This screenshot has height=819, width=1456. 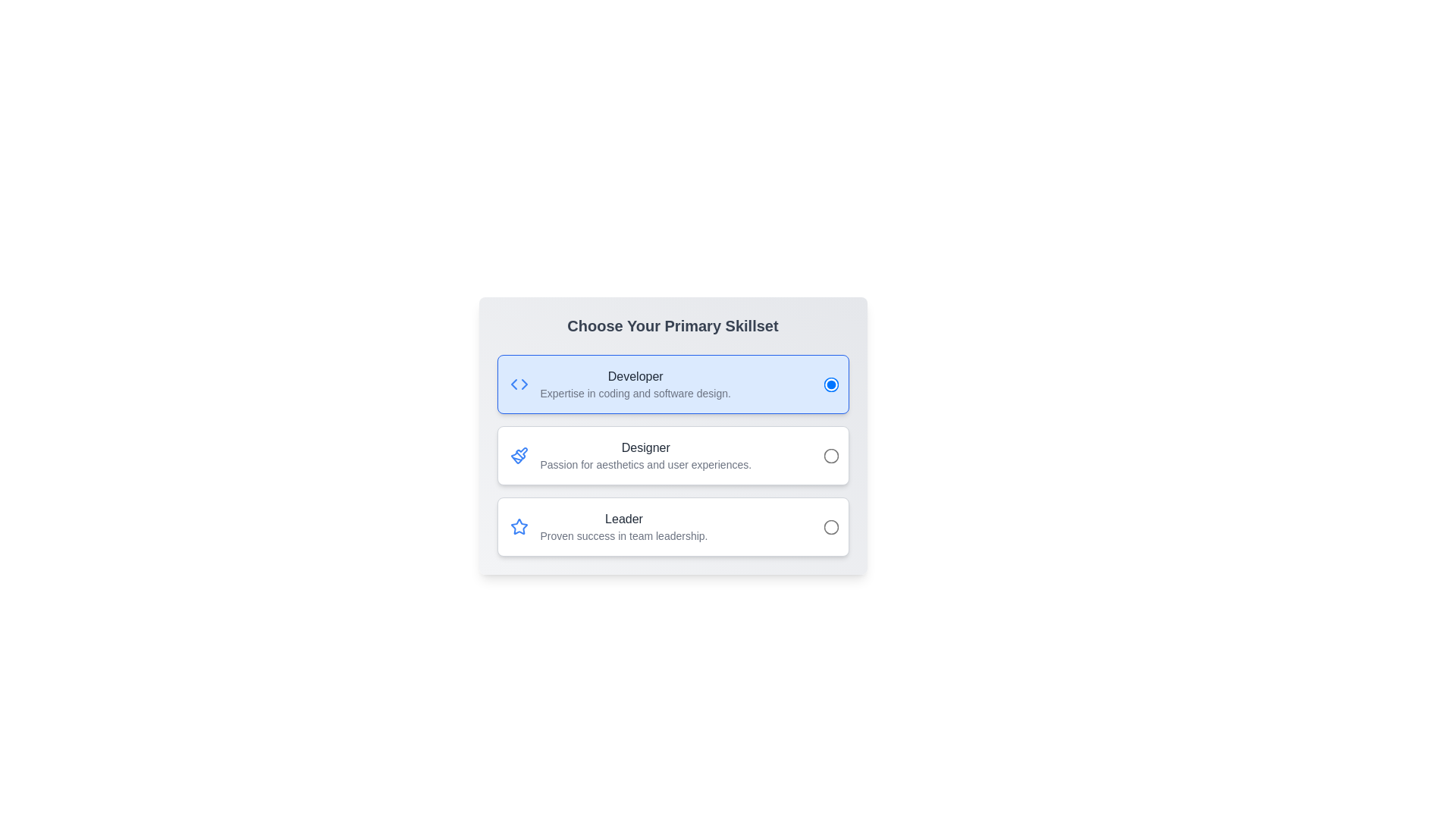 What do you see at coordinates (519, 383) in the screenshot?
I see `the blue coding brackets icon located at the left edge of the 'Developer' selection box, which is the first option in a vertical list of three` at bounding box center [519, 383].